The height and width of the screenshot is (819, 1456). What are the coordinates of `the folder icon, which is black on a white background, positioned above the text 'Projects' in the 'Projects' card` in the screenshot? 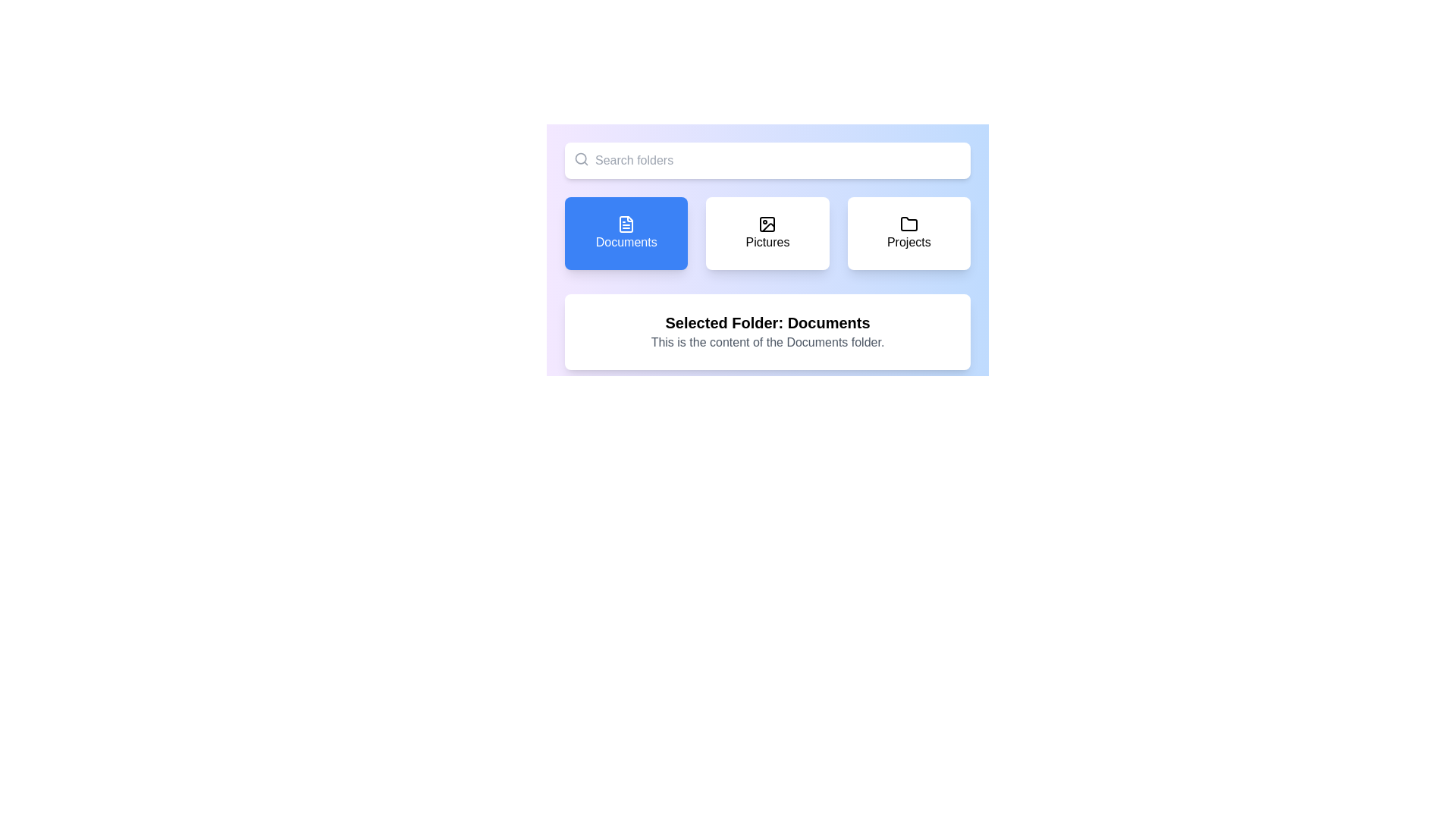 It's located at (908, 224).